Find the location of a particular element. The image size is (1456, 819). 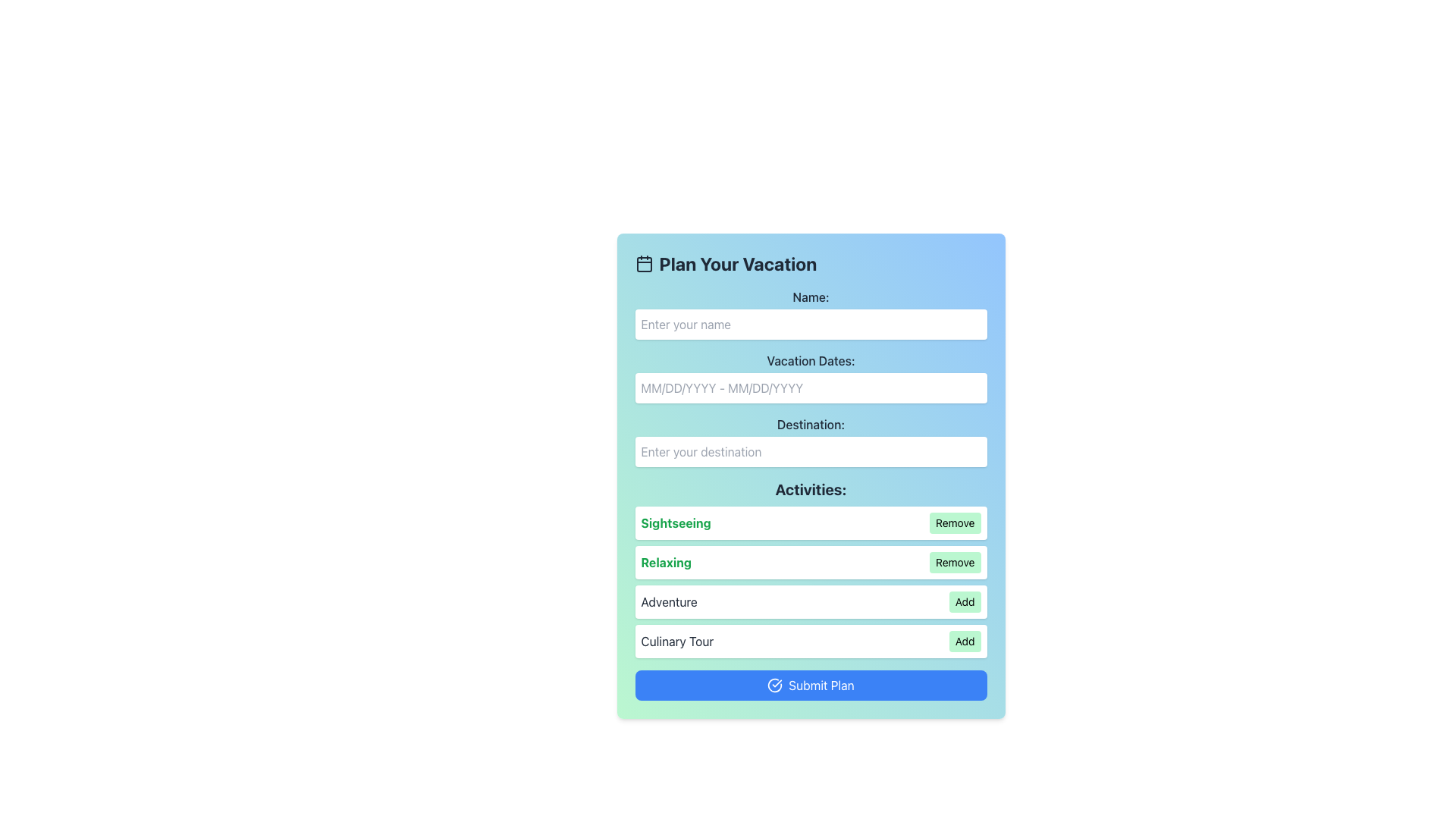

the header text 'Plan Your Vacation' which features a decorative calendar icon on its left, positioned at the top of the interface is located at coordinates (810, 262).